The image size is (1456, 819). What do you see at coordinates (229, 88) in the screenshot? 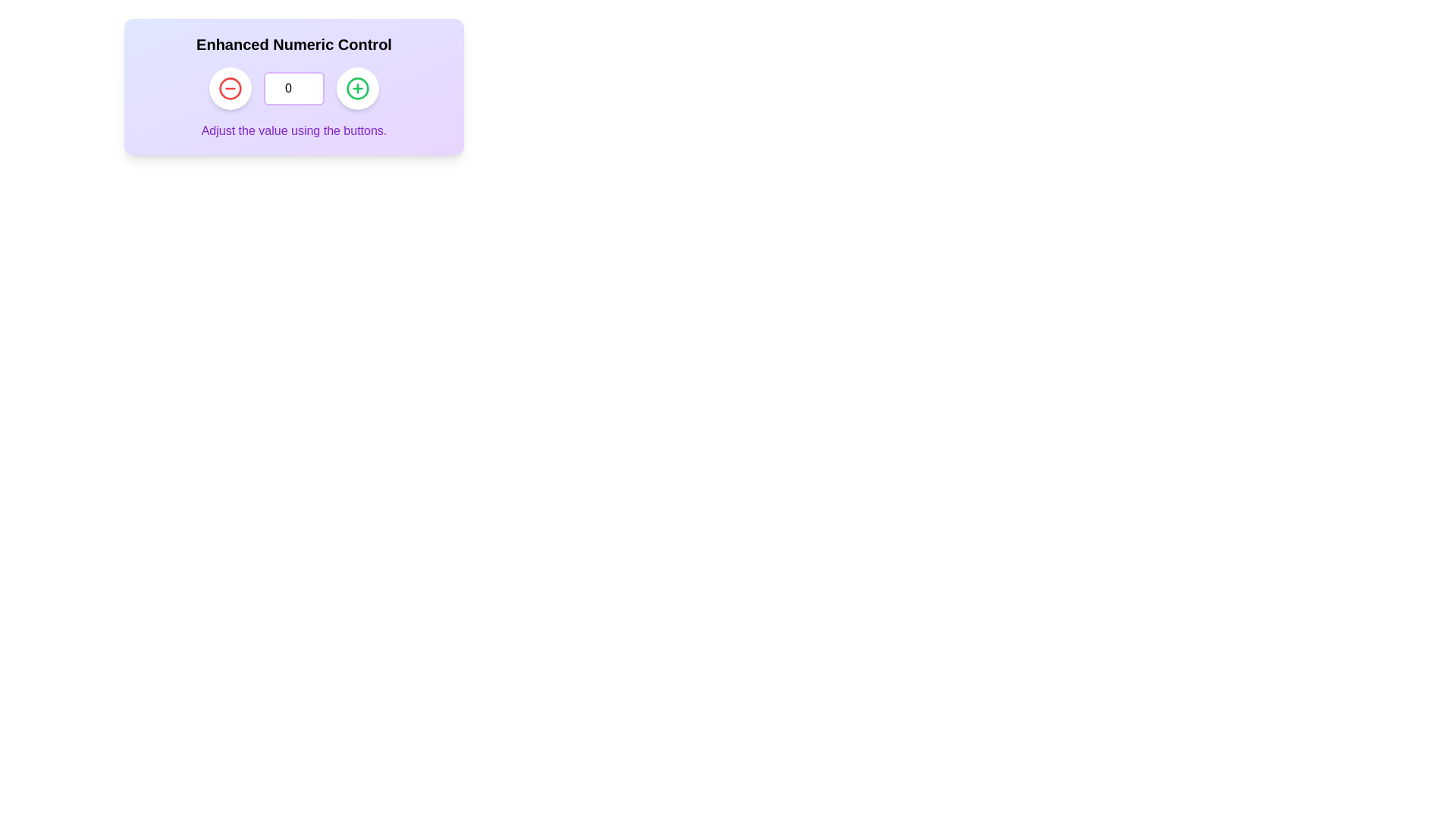
I see `the button that decreases the numeric value displayed in the adjacent input field to activate keyboard interaction` at bounding box center [229, 88].